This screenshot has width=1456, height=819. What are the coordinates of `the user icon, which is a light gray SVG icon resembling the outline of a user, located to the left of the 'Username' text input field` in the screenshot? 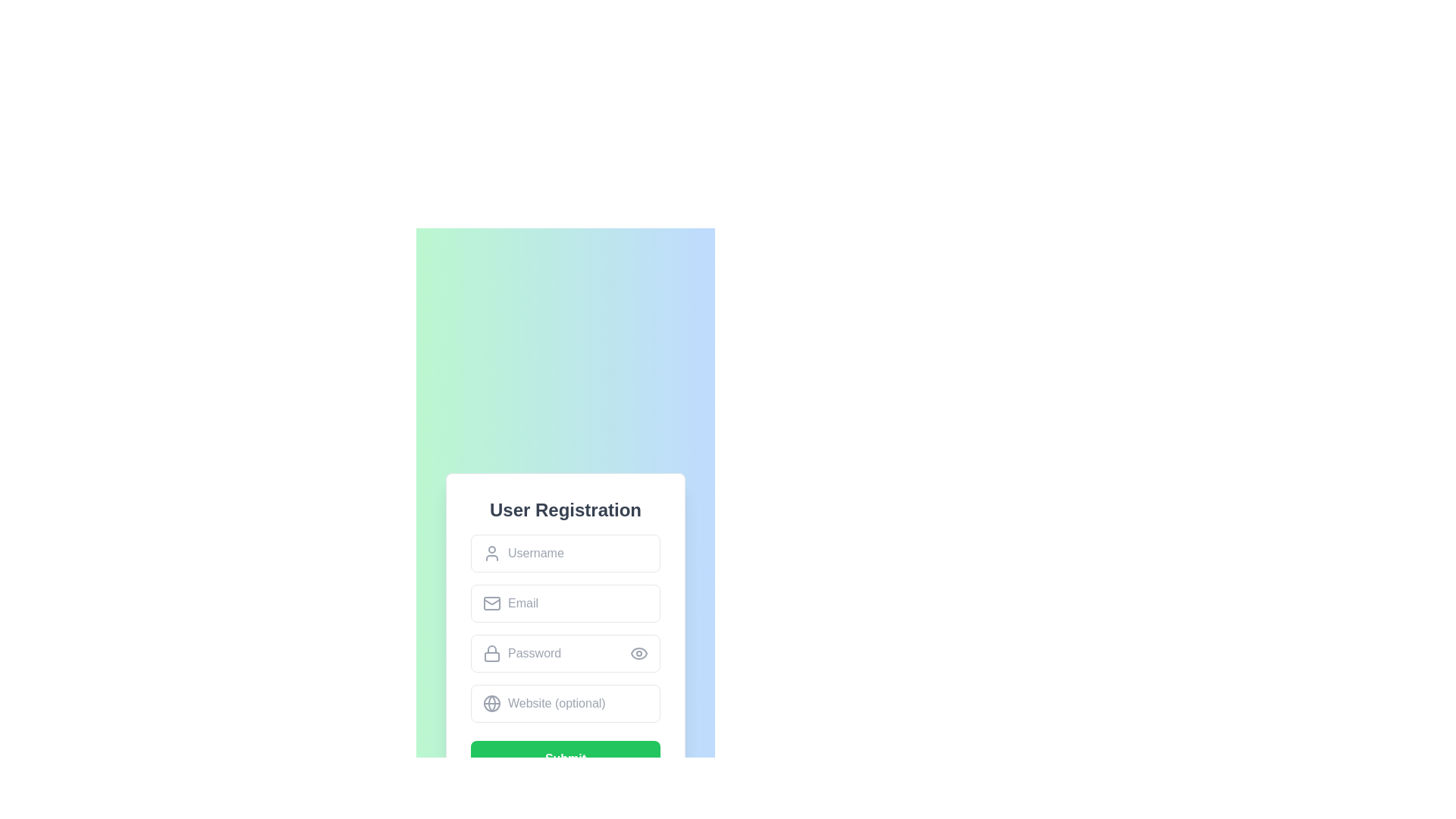 It's located at (491, 553).